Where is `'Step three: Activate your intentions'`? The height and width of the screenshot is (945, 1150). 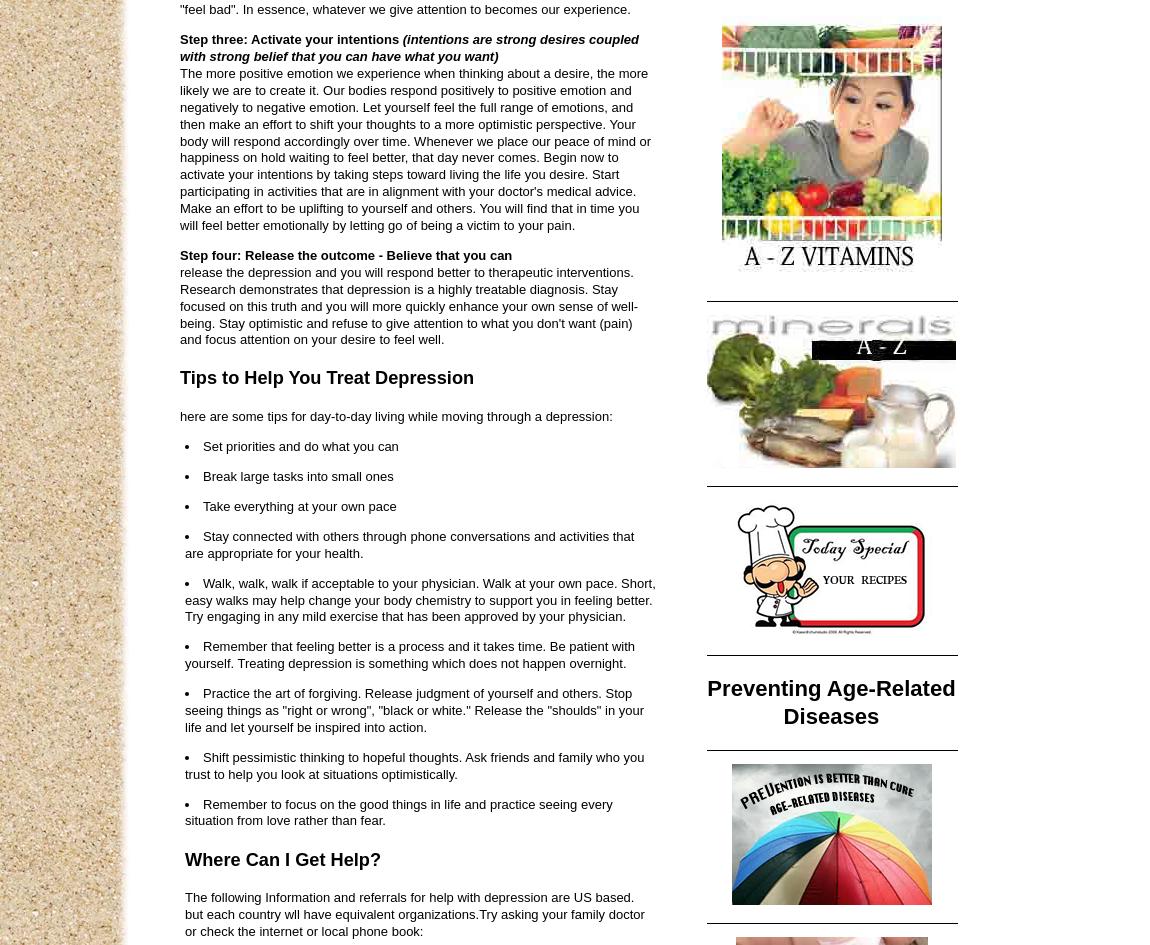
'Step three: Activate your intentions' is located at coordinates (290, 39).